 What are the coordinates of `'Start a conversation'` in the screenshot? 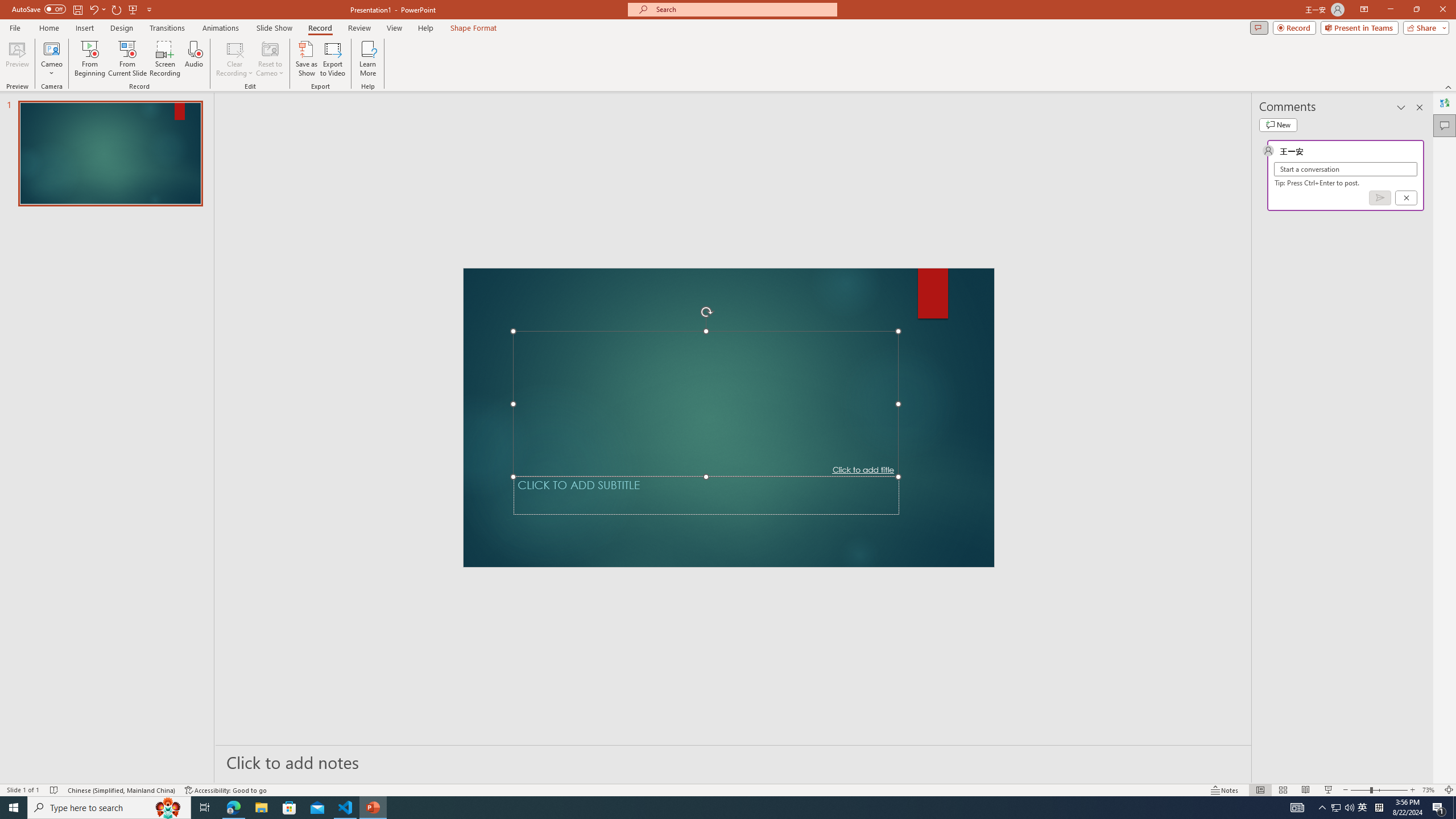 It's located at (1345, 168).